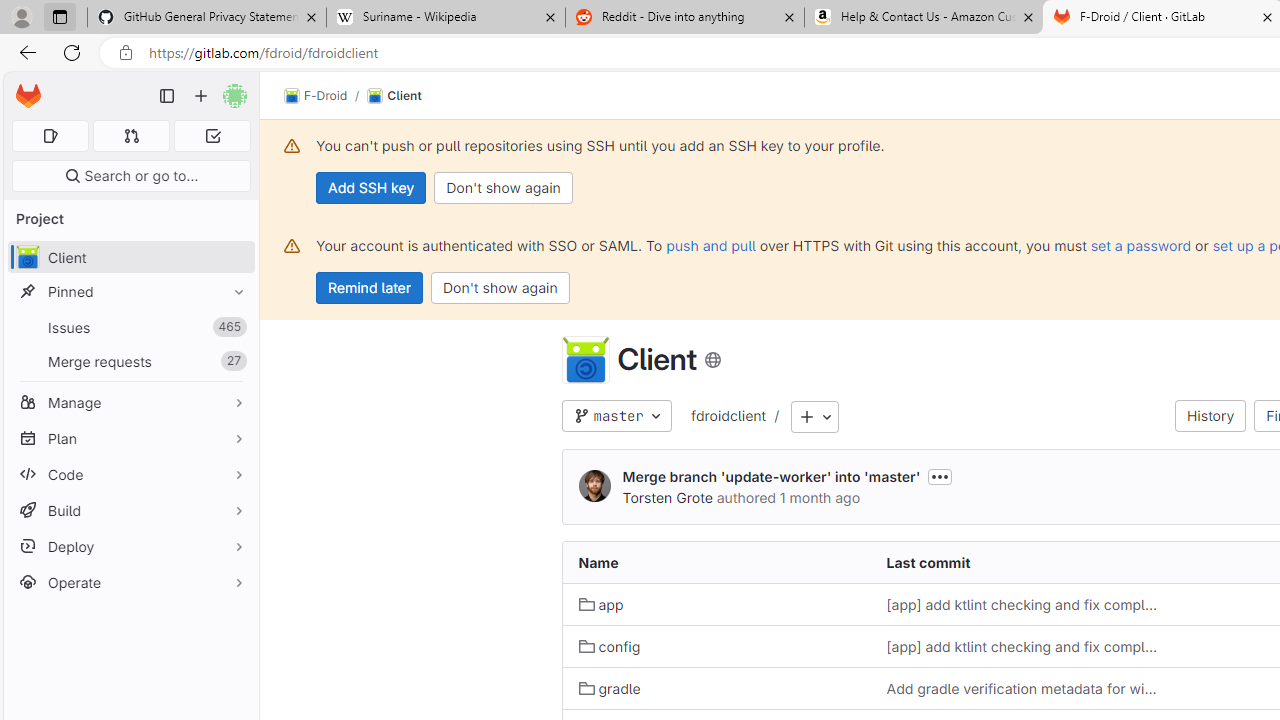 This screenshot has height=720, width=1280. I want to click on 'Homepage', so click(28, 96).